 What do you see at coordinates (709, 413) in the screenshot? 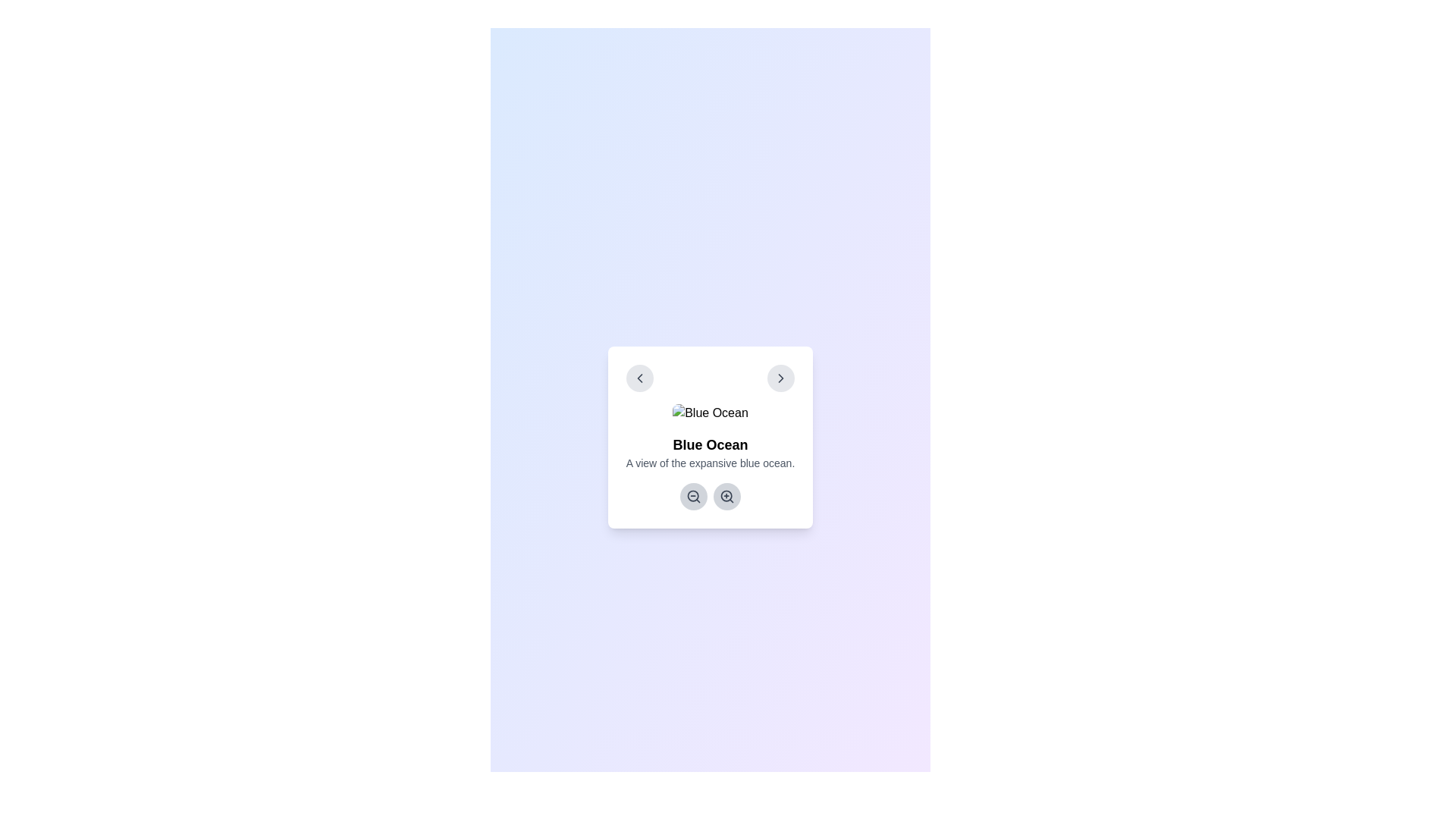
I see `the 'Blue Ocean' image placeholder` at bounding box center [709, 413].